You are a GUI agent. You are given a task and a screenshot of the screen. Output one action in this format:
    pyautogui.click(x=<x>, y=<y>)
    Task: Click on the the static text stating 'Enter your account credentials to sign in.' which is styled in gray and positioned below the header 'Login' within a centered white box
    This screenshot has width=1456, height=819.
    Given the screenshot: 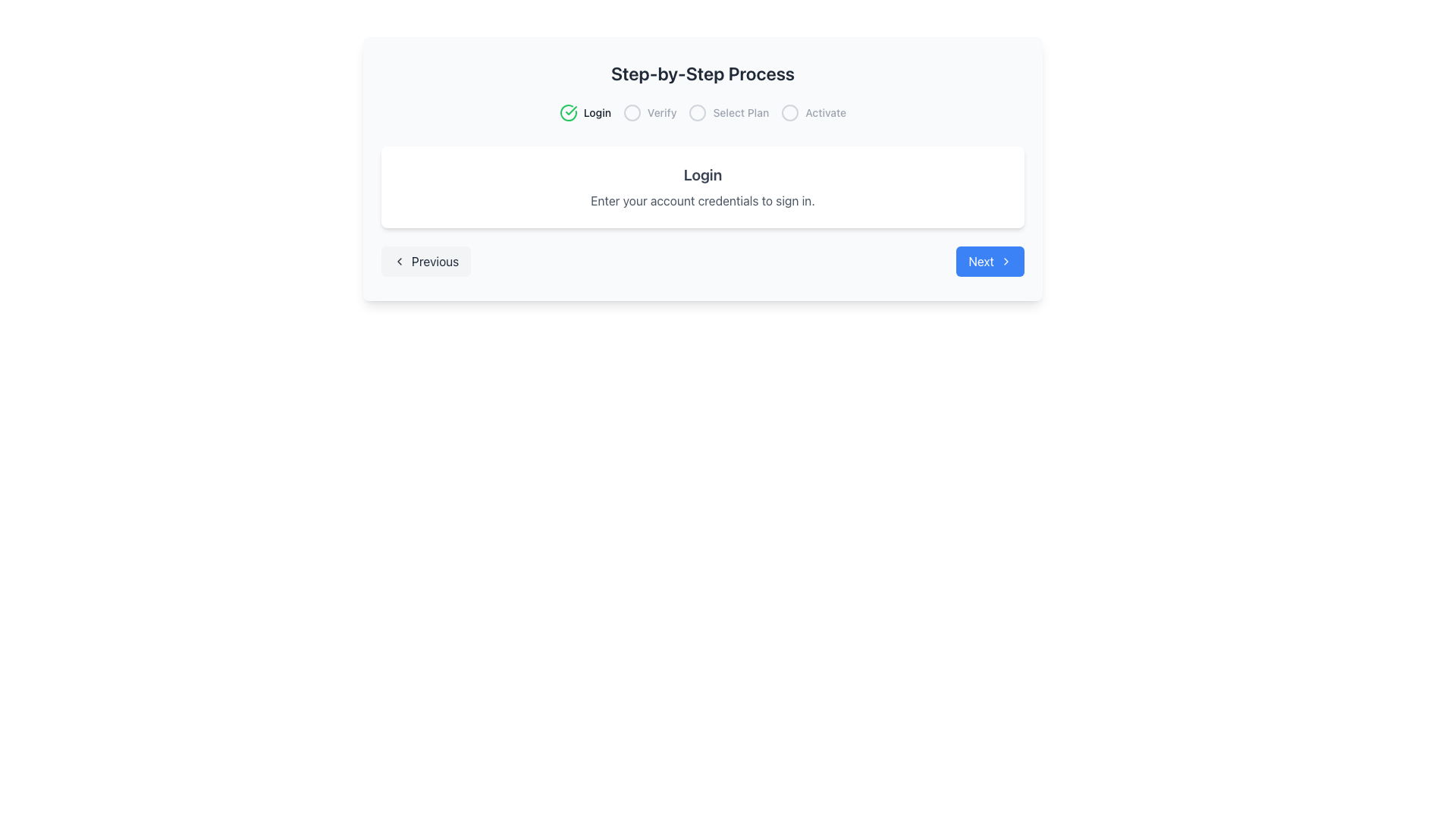 What is the action you would take?
    pyautogui.click(x=701, y=200)
    